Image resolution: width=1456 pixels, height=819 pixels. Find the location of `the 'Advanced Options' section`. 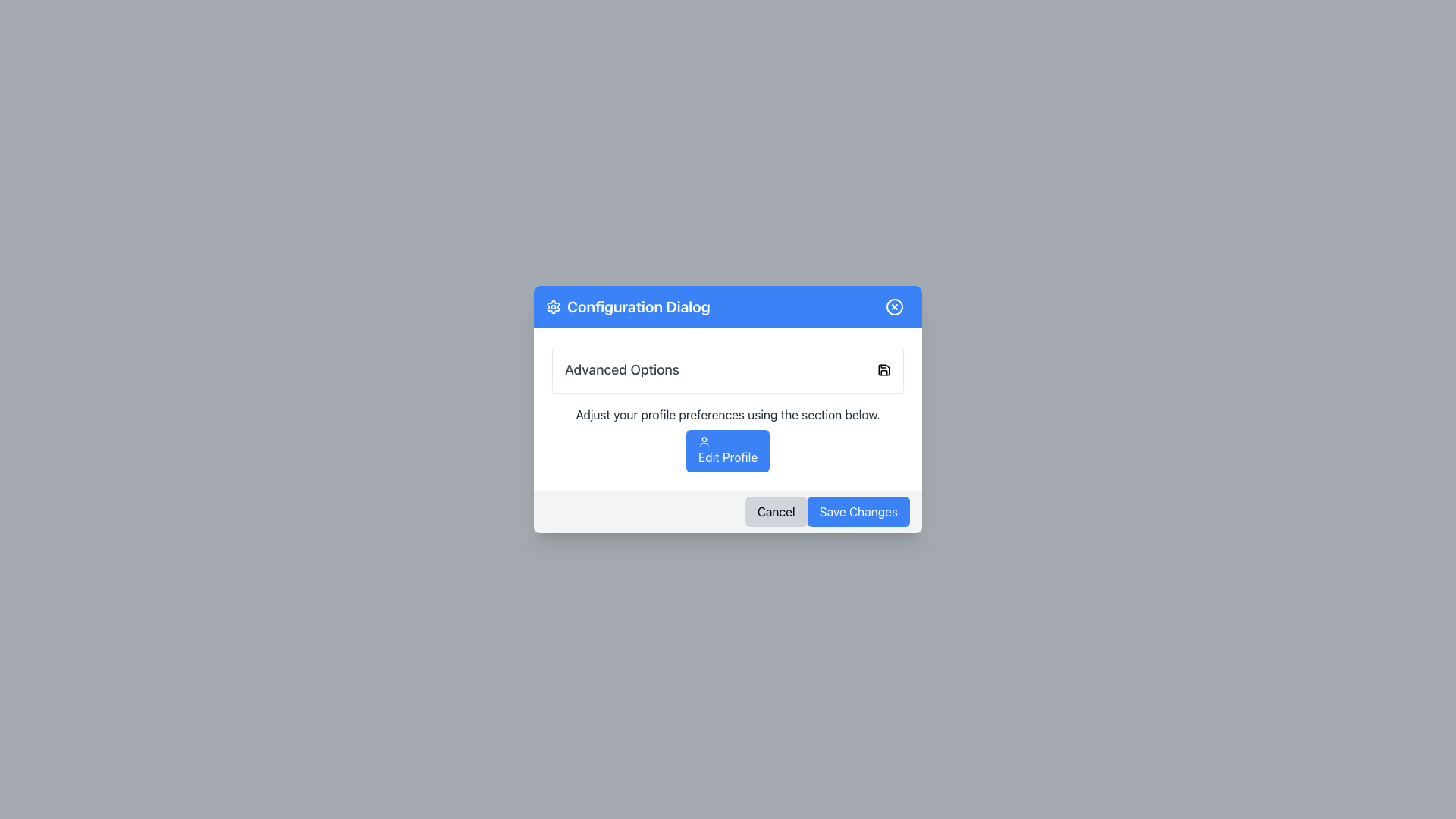

the 'Advanced Options' section is located at coordinates (728, 409).